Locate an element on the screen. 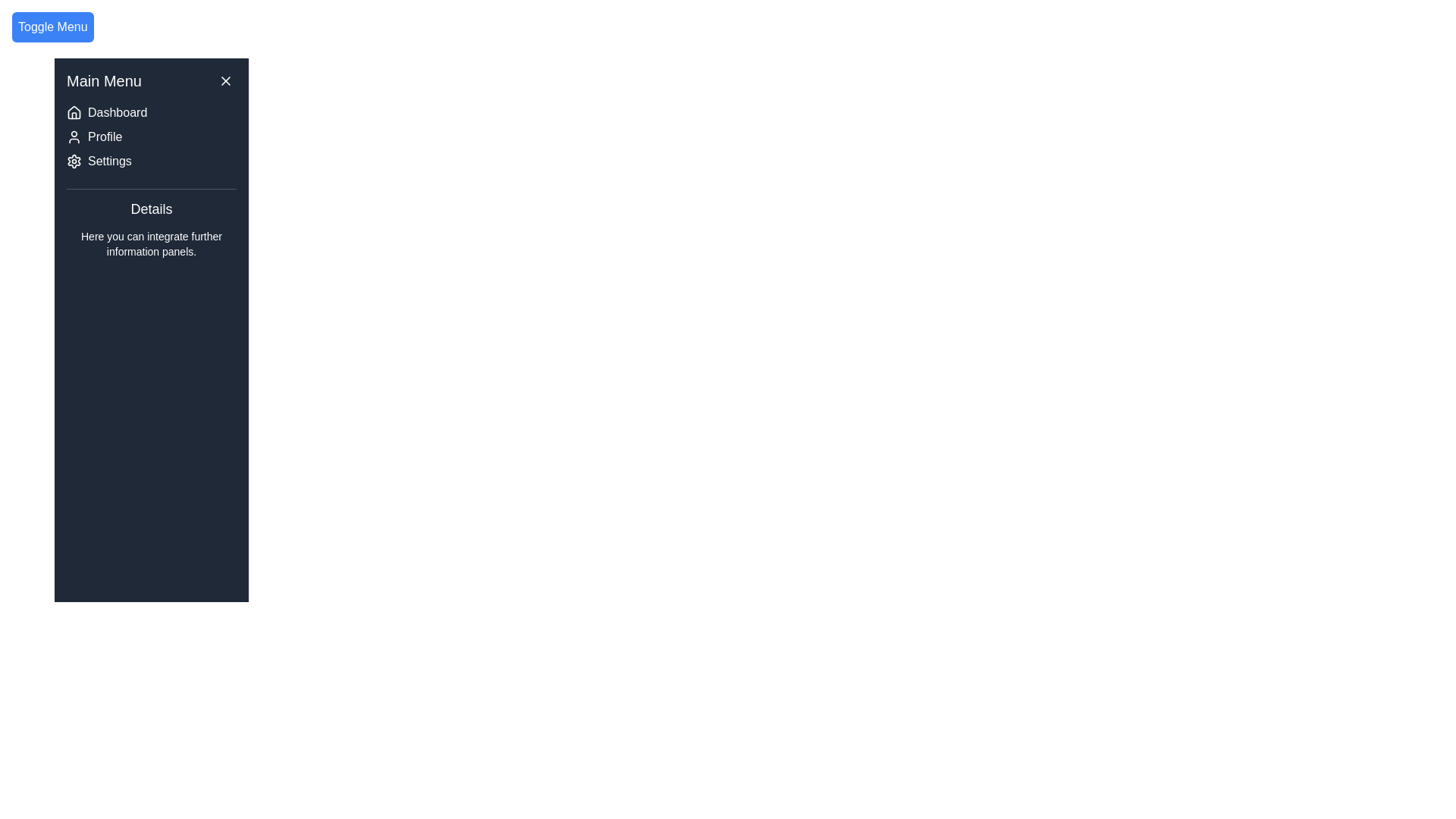 The height and width of the screenshot is (819, 1456). the blue rectangular button labeled 'Toggle Menu' is located at coordinates (52, 27).